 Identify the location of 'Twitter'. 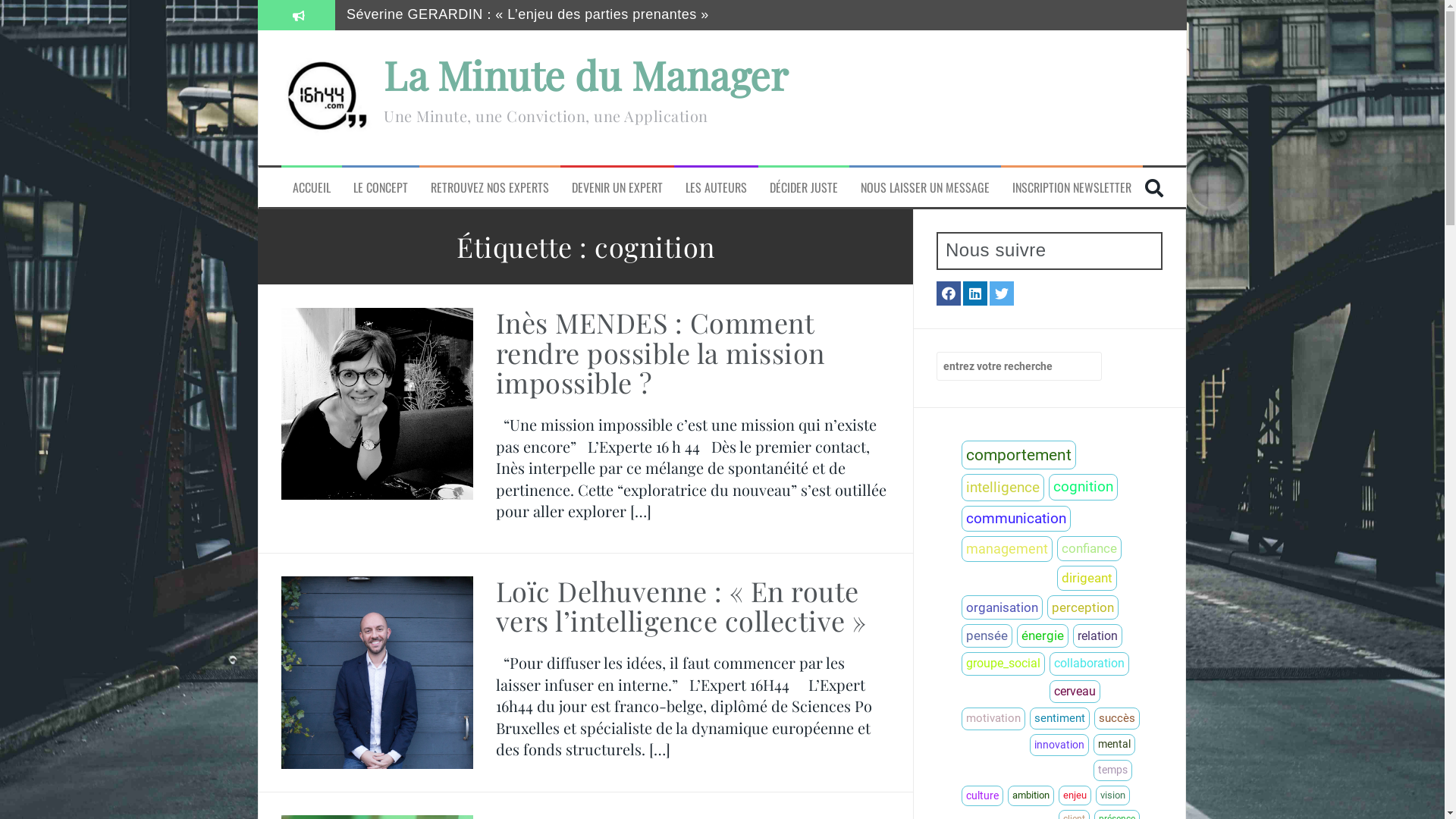
(1001, 293).